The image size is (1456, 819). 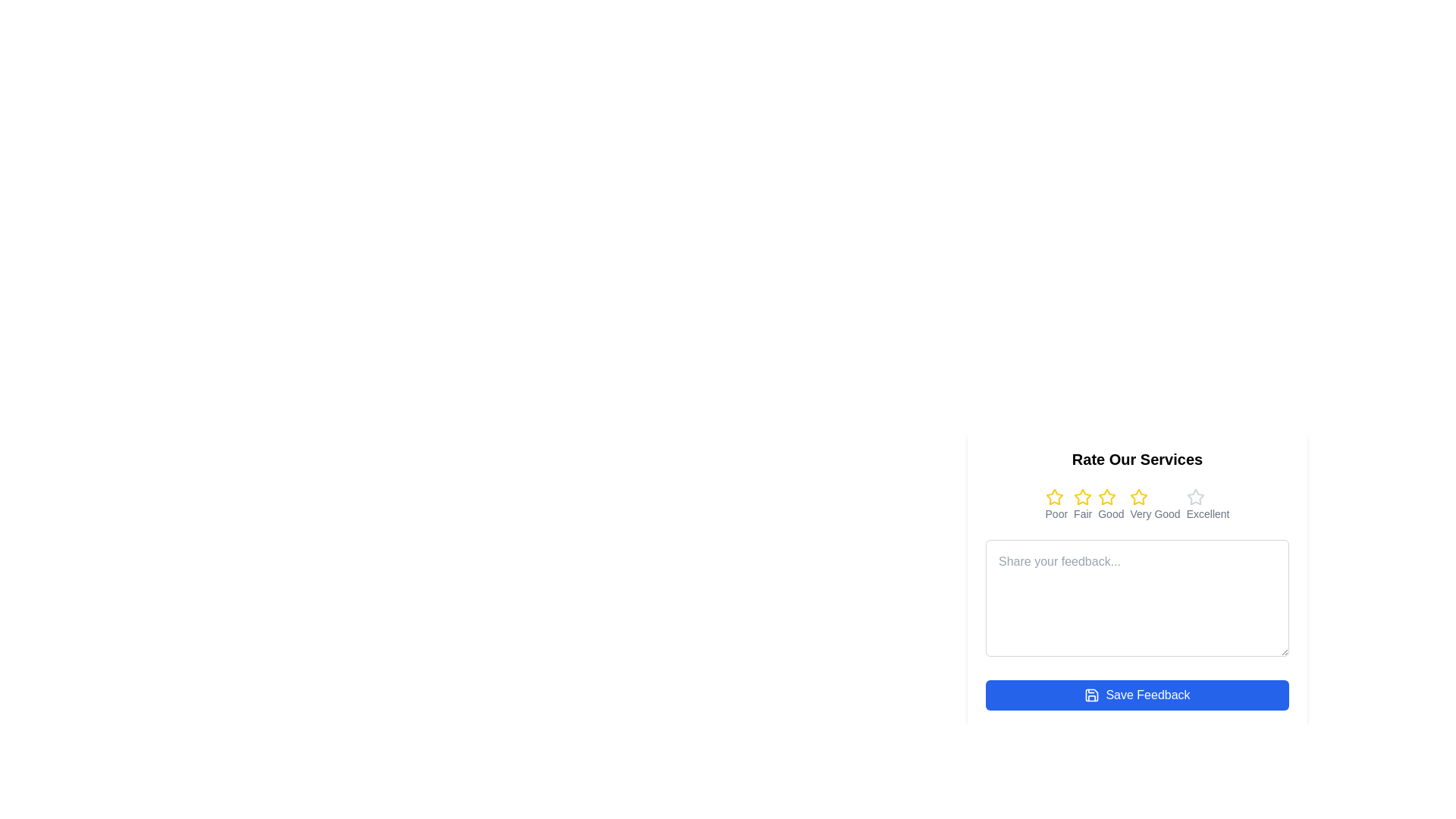 What do you see at coordinates (1137, 695) in the screenshot?
I see `the 'Save Feedback' button, which is a rectangular button with rounded corners, blue background, and white text, located at the bottom of the feedback form interface` at bounding box center [1137, 695].